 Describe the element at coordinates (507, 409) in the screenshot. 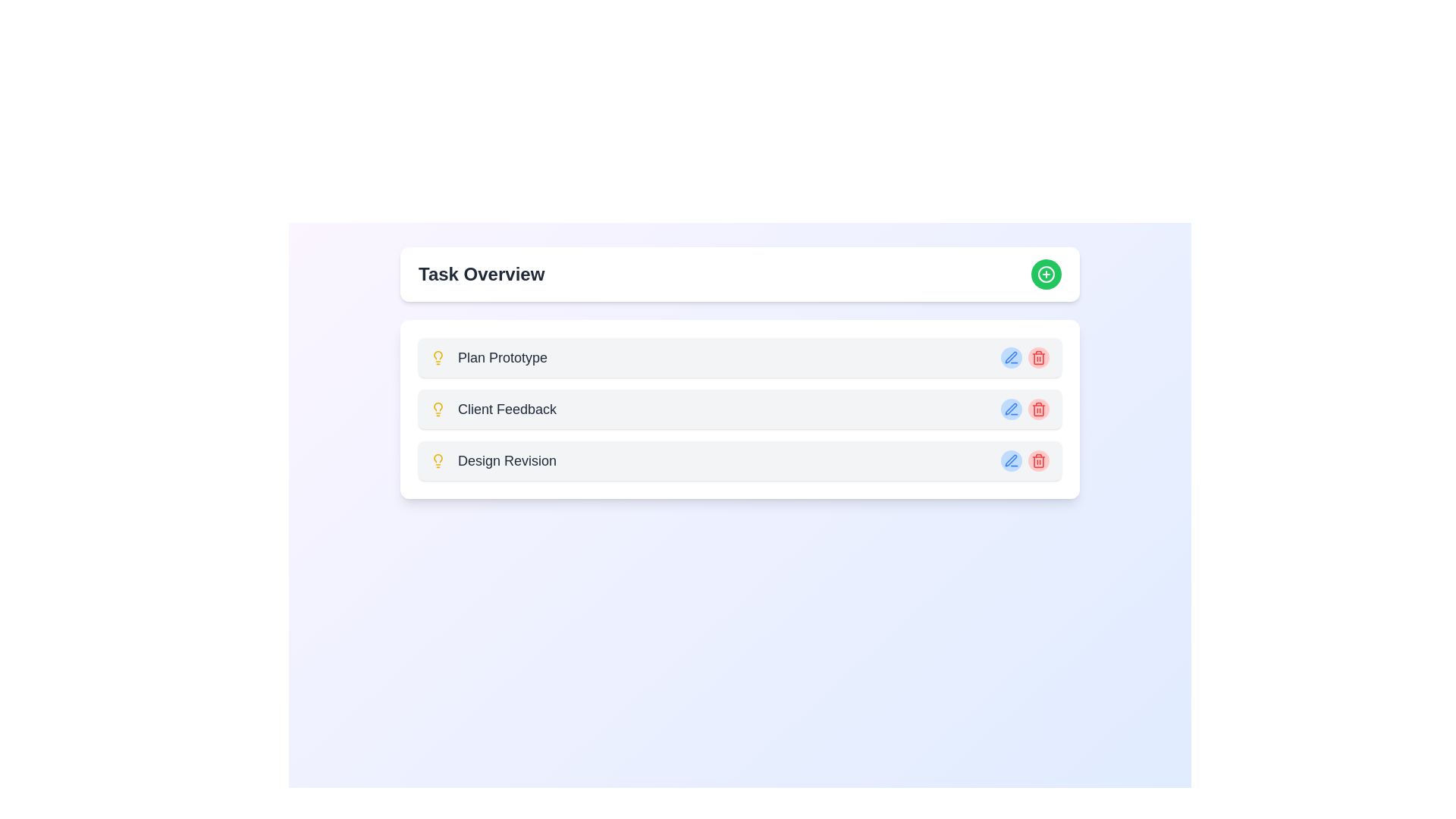

I see `the Text label that provides a descriptive title for a specific item in the list, positioned` at that location.